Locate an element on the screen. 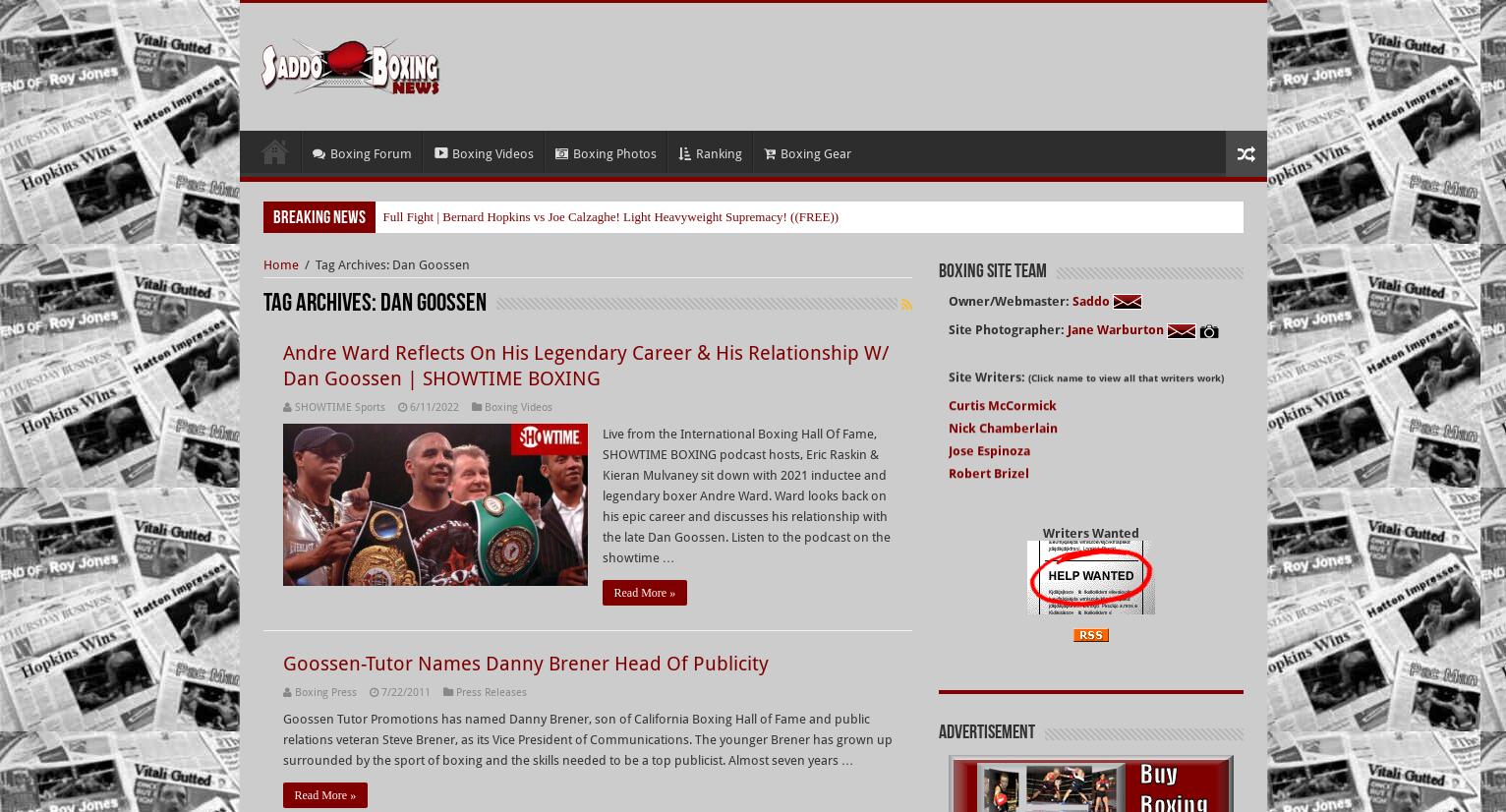  'Tag Archives: Dan Goossen' is located at coordinates (391, 263).